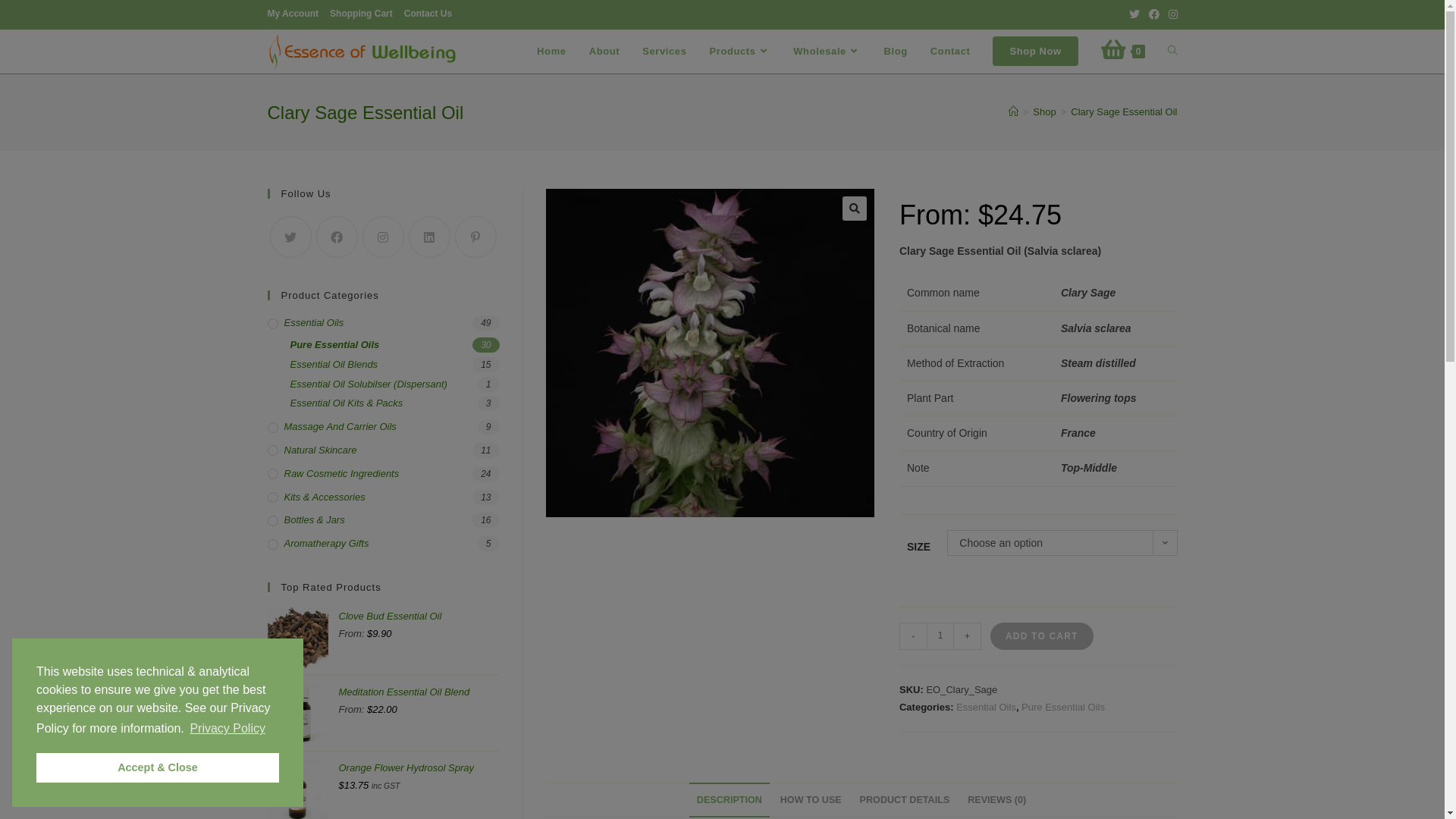 The width and height of the screenshot is (1456, 819). What do you see at coordinates (729, 799) in the screenshot?
I see `'DESCRIPTION'` at bounding box center [729, 799].